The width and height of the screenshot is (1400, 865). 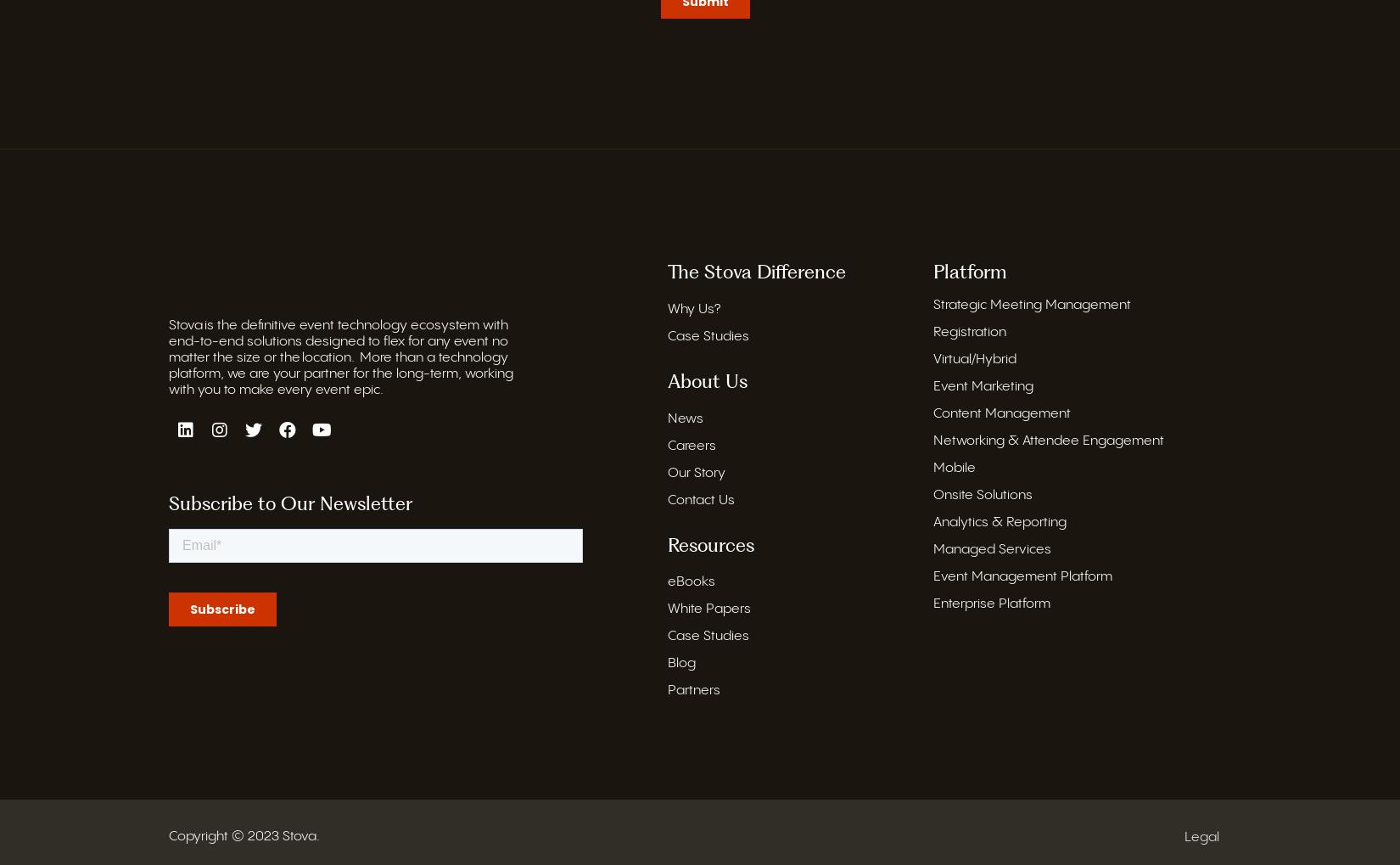 What do you see at coordinates (983, 494) in the screenshot?
I see `'Onsite Solutions'` at bounding box center [983, 494].